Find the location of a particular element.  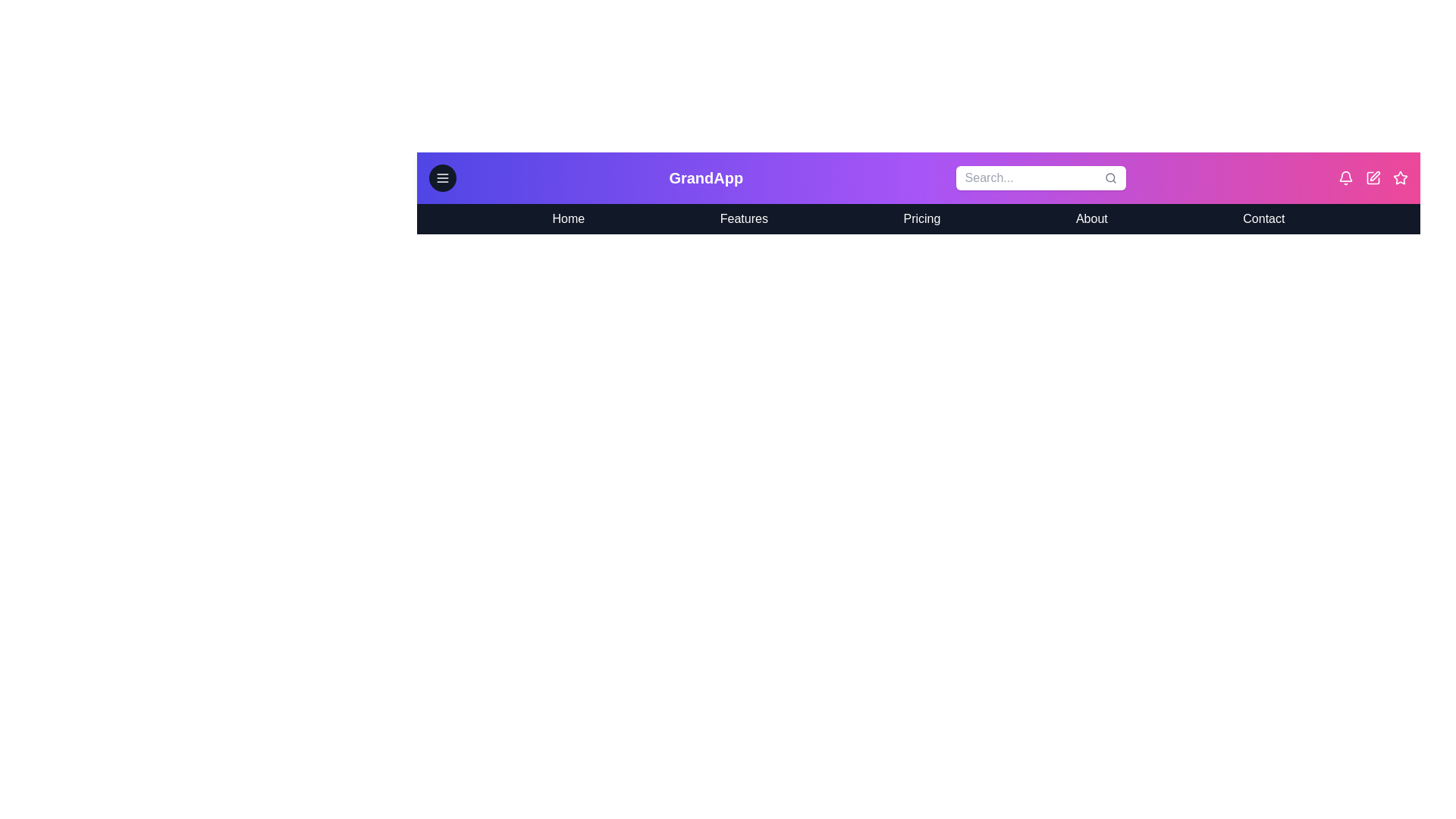

the navigation menu item labeled Pricing is located at coordinates (921, 219).